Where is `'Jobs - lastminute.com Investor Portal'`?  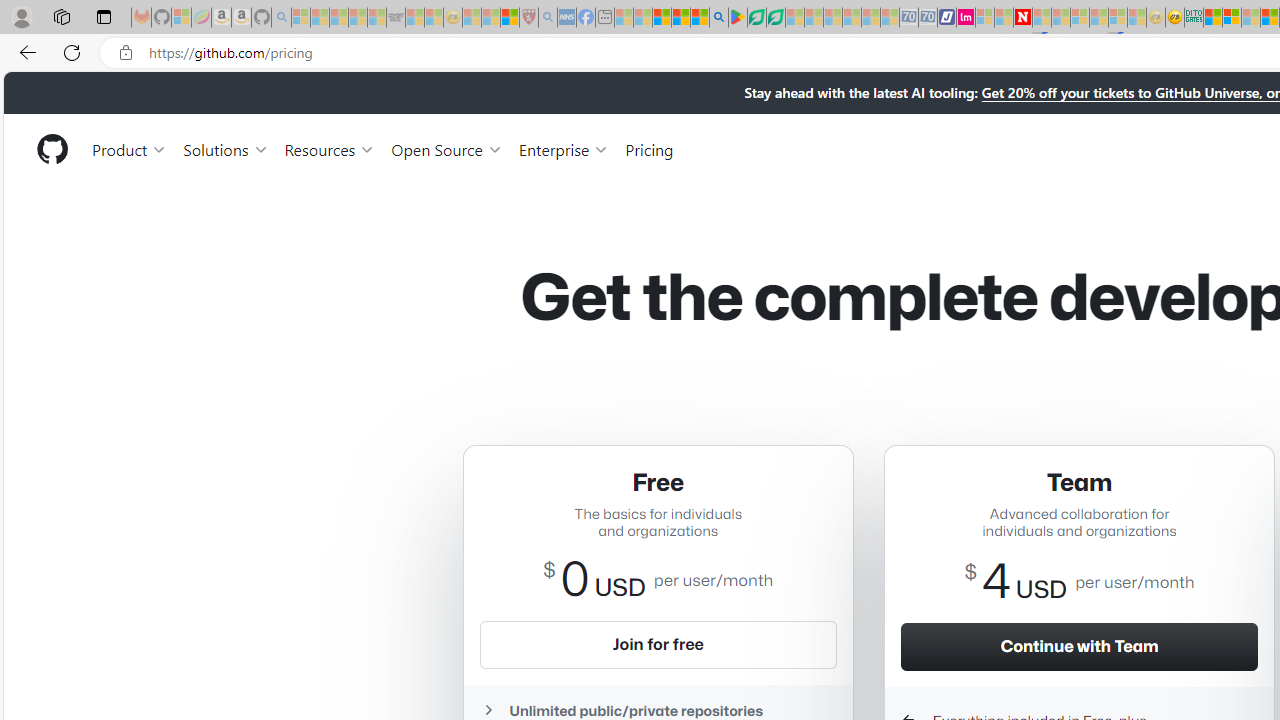 'Jobs - lastminute.com Investor Portal' is located at coordinates (966, 17).